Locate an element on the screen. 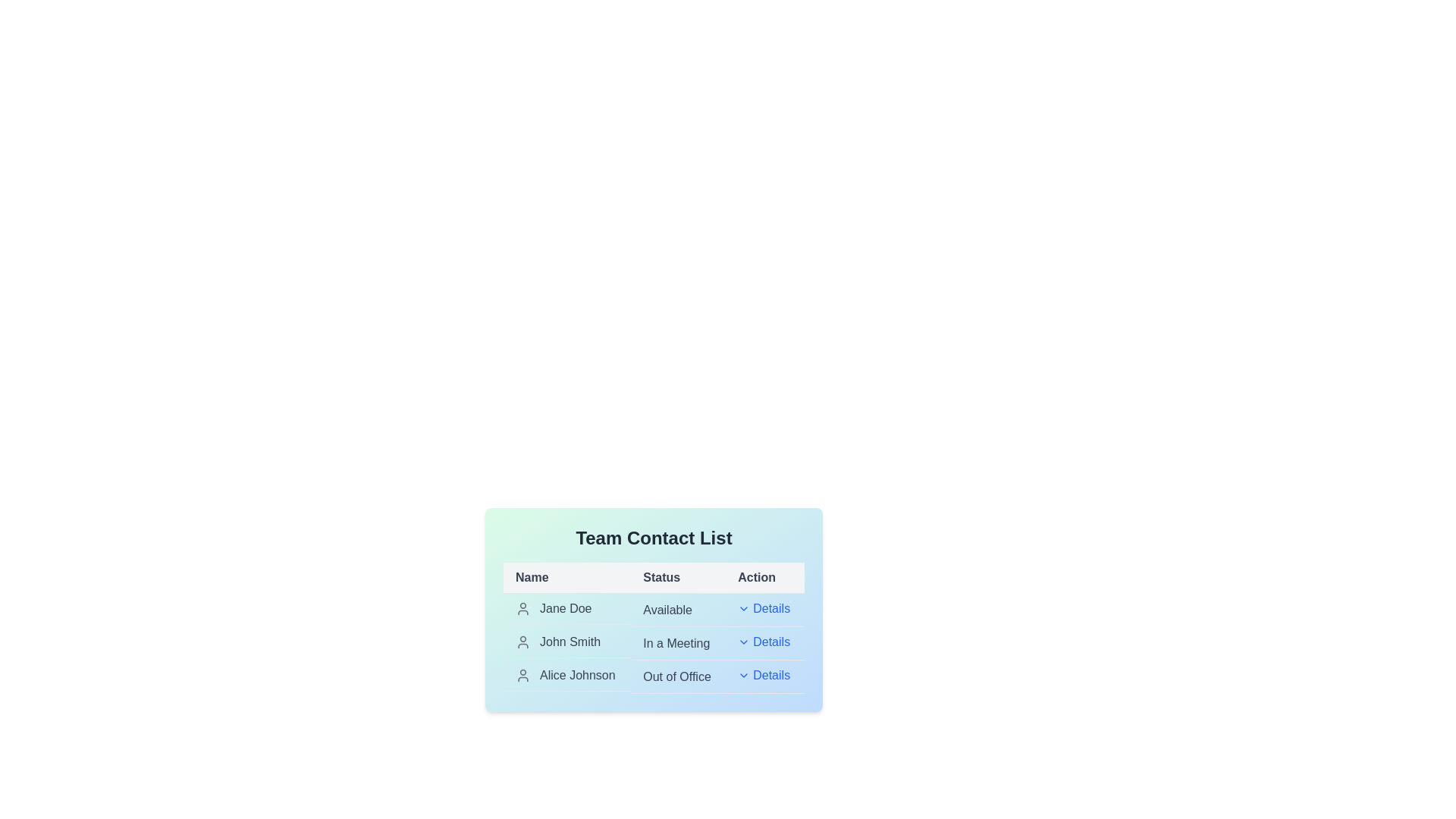  the contact name corresponding to Jane Doe is located at coordinates (566, 607).